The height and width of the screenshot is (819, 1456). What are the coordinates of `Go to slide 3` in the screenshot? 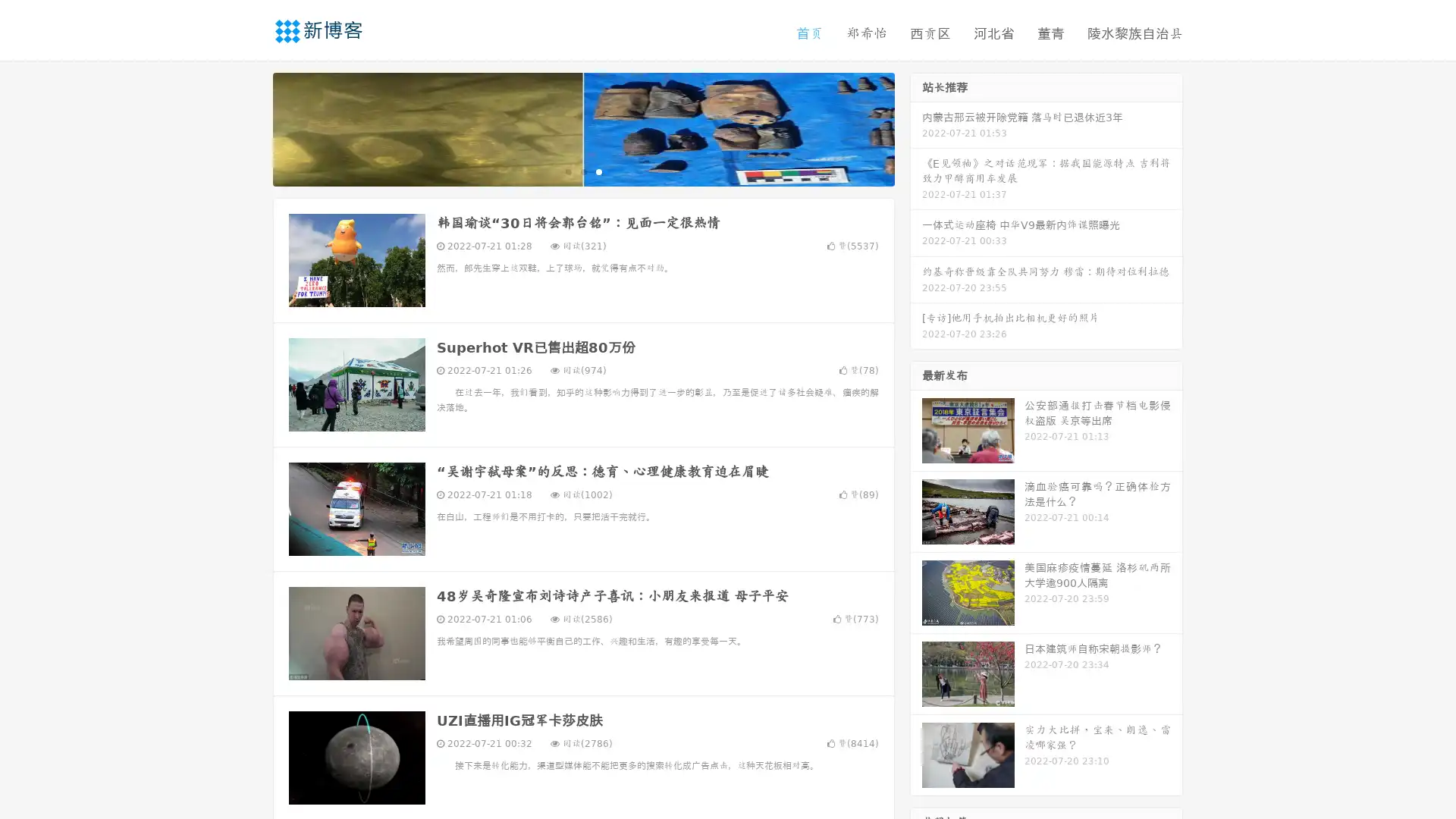 It's located at (598, 171).